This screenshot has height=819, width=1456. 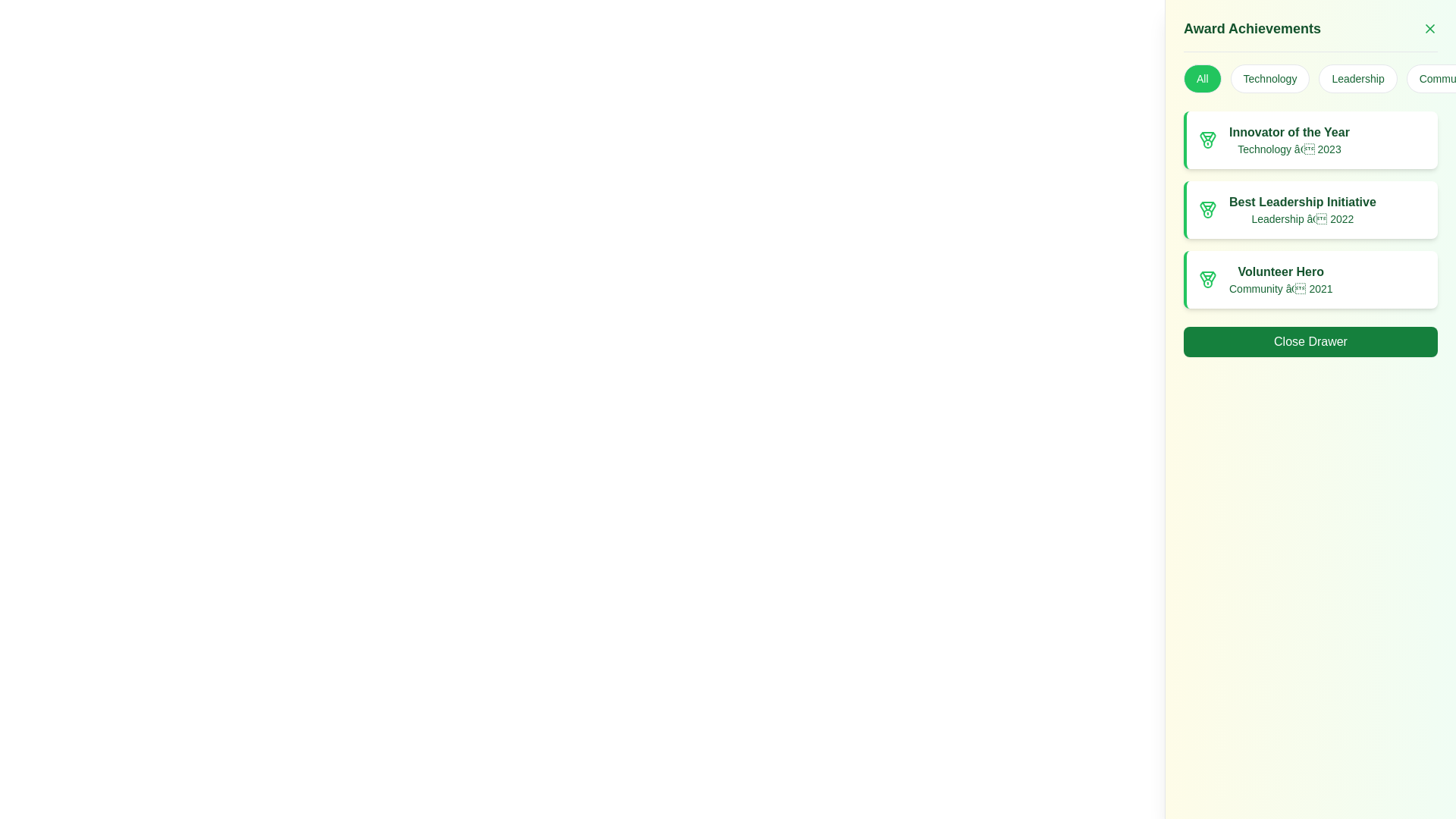 What do you see at coordinates (1201, 79) in the screenshot?
I see `the green circular button labeled 'All'` at bounding box center [1201, 79].